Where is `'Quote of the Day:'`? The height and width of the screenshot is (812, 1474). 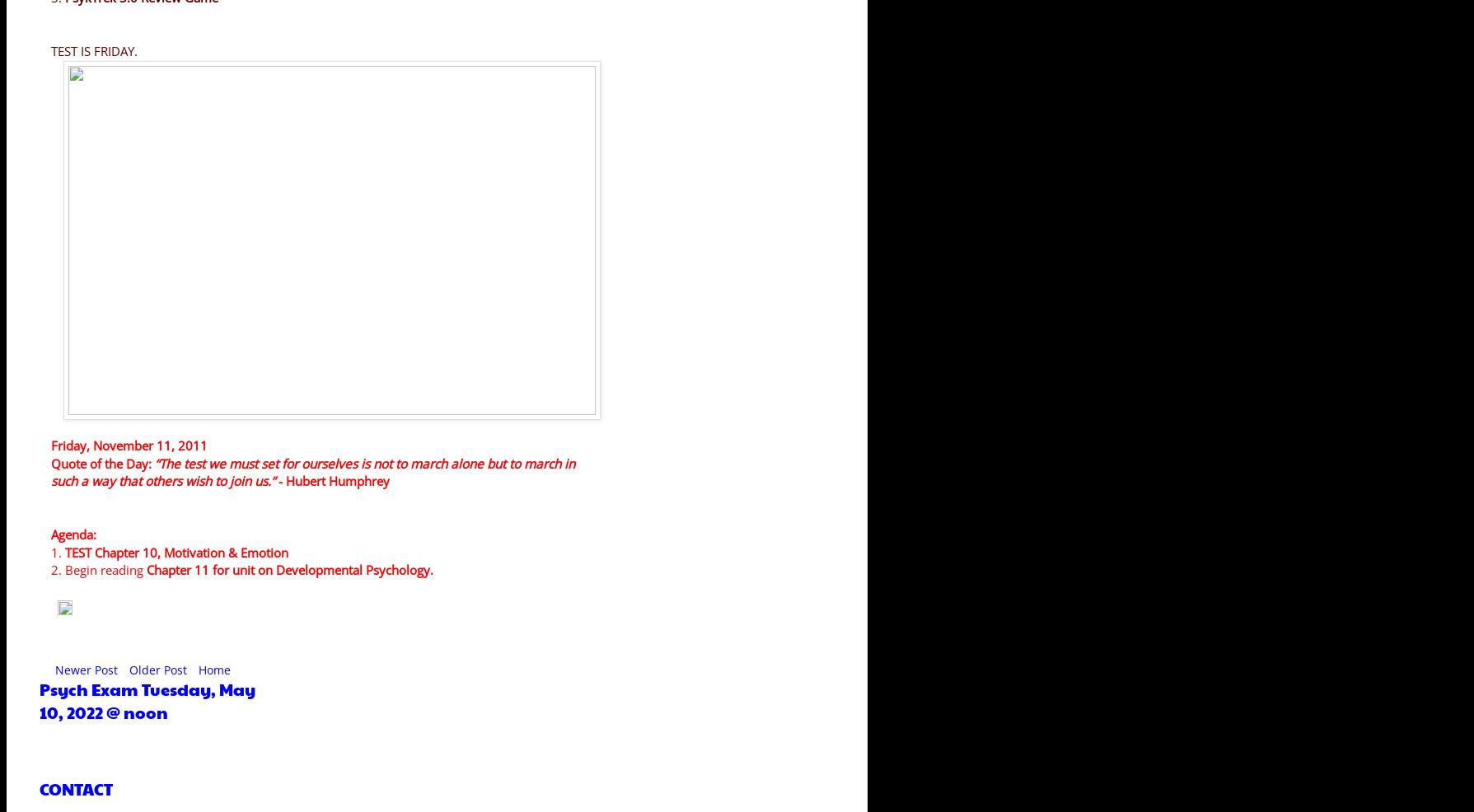
'Quote of the Day:' is located at coordinates (103, 462).